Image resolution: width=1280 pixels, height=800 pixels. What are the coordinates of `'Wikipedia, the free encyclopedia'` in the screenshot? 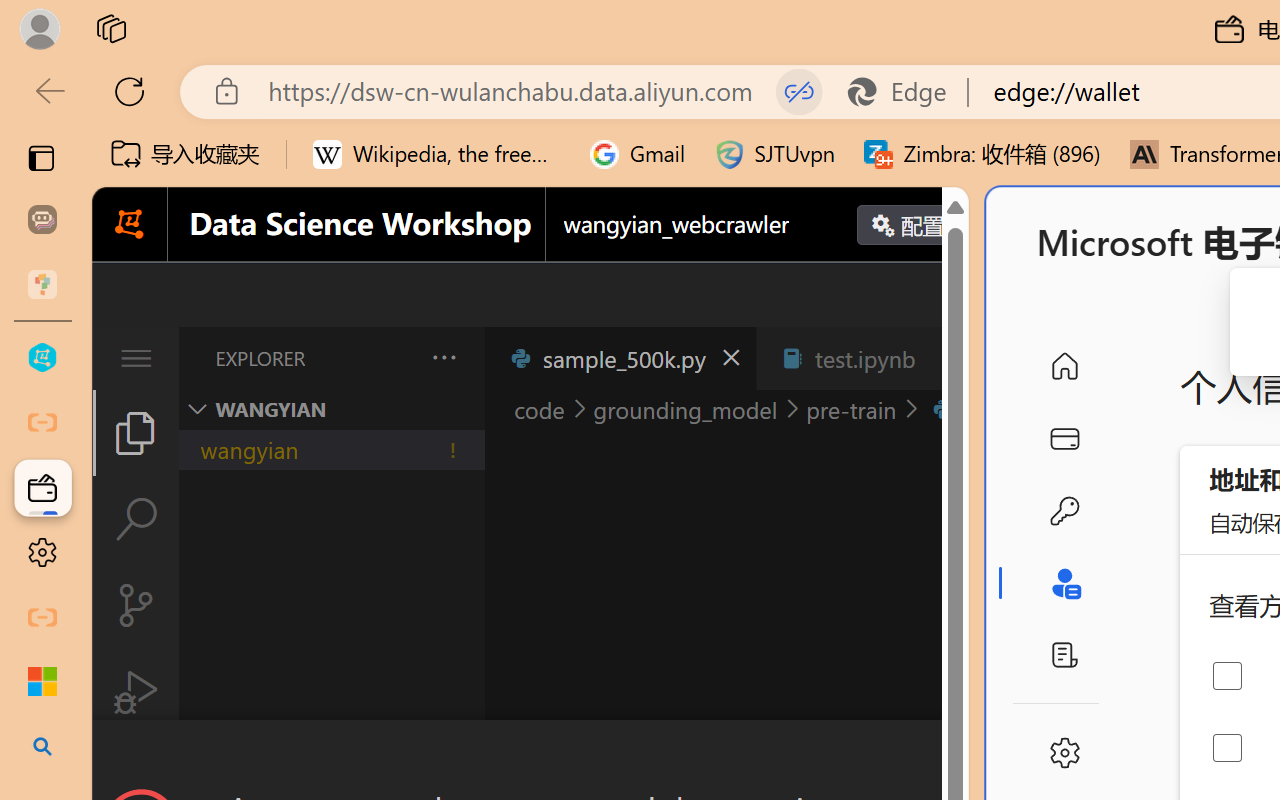 It's located at (436, 154).